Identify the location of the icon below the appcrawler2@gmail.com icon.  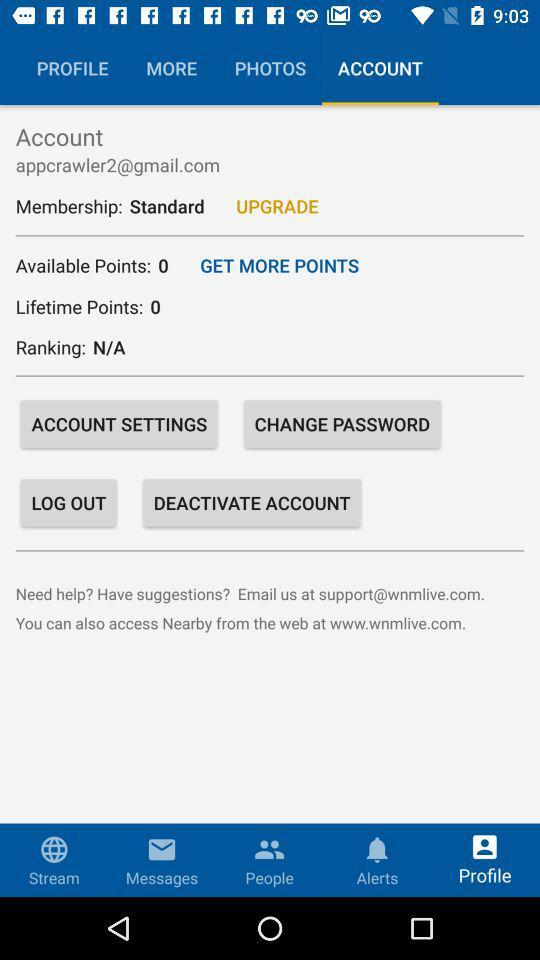
(276, 206).